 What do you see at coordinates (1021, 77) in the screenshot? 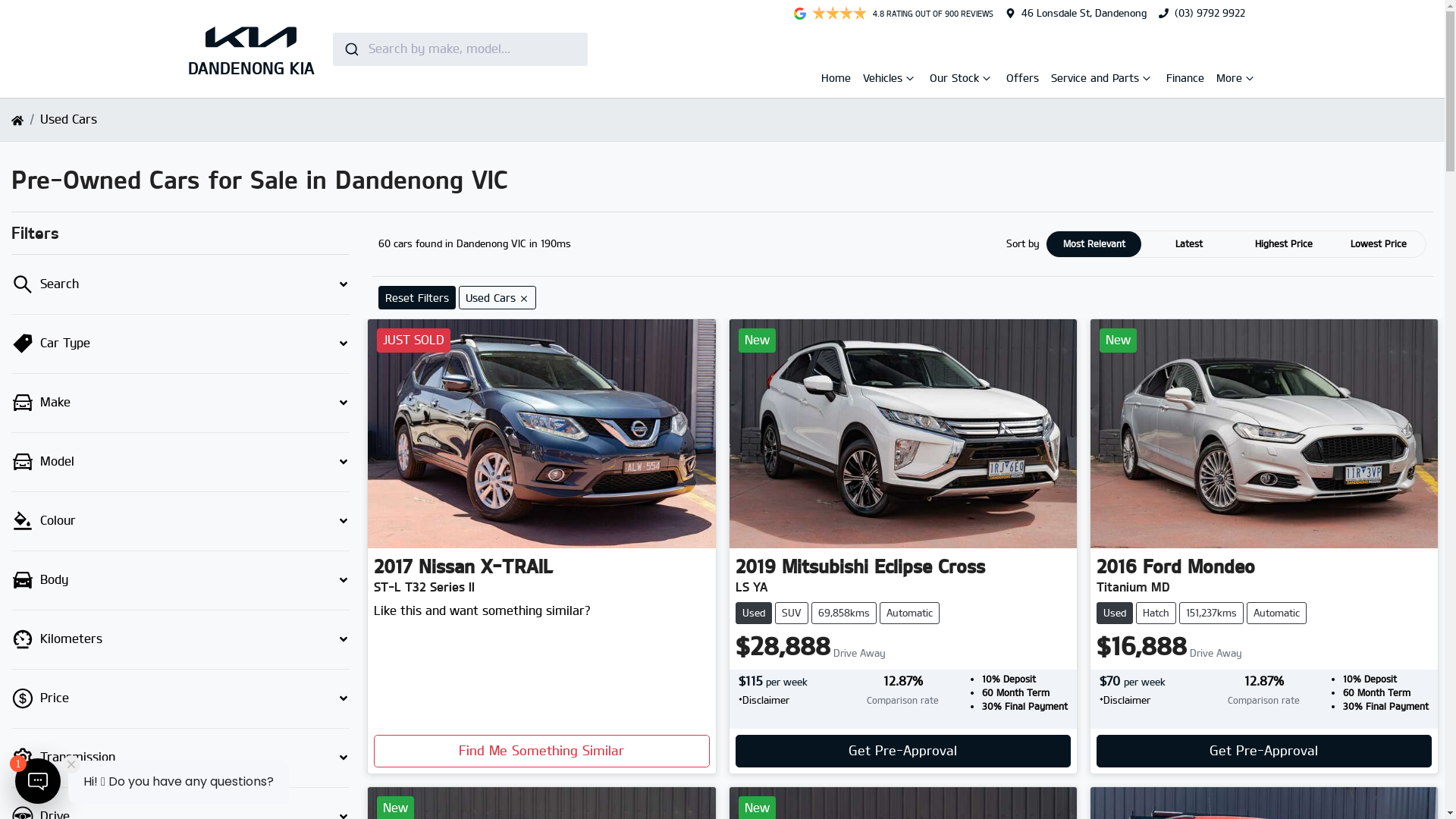
I see `'Offers'` at bounding box center [1021, 77].